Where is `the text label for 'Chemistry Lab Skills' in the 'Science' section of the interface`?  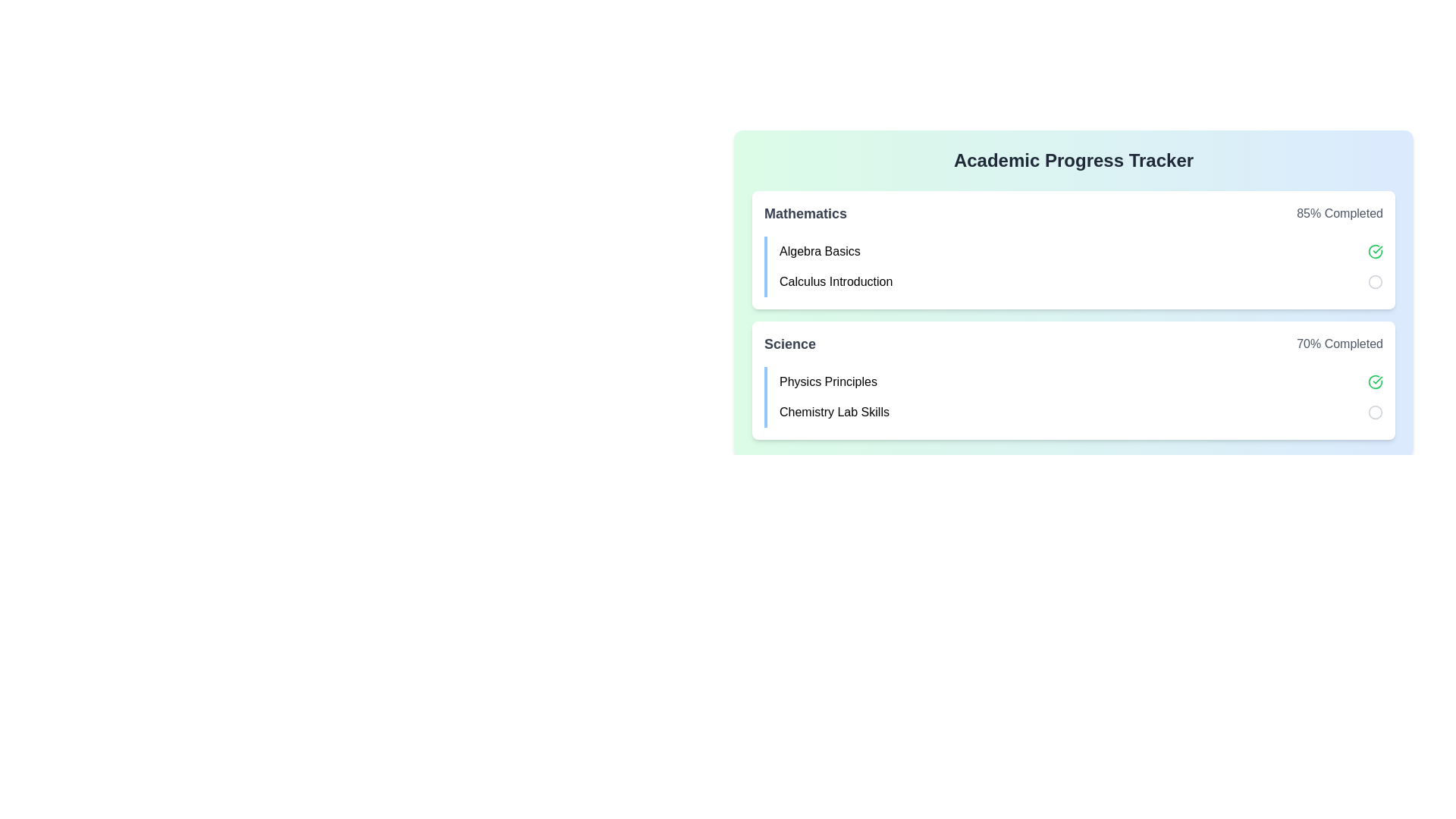 the text label for 'Chemistry Lab Skills' in the 'Science' section of the interface is located at coordinates (833, 412).